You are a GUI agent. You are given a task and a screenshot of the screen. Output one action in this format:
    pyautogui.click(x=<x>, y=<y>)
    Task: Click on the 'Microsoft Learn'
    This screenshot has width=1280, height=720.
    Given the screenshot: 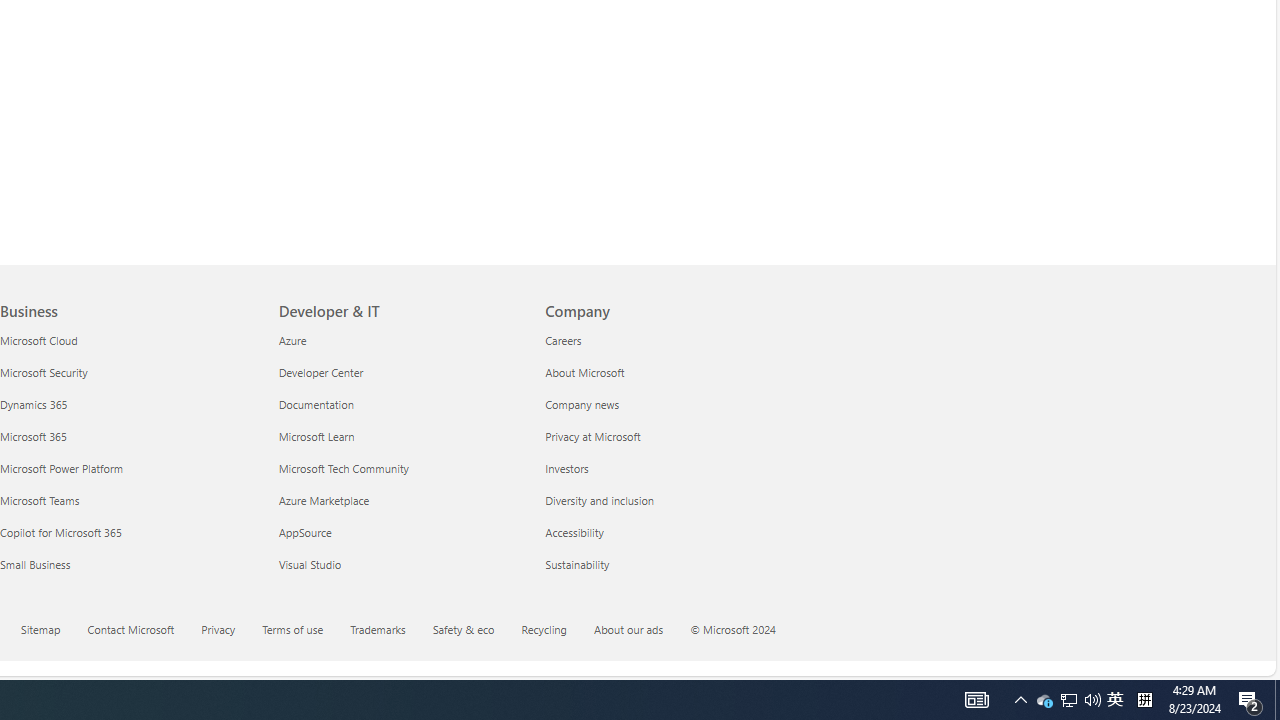 What is the action you would take?
    pyautogui.click(x=400, y=435)
    